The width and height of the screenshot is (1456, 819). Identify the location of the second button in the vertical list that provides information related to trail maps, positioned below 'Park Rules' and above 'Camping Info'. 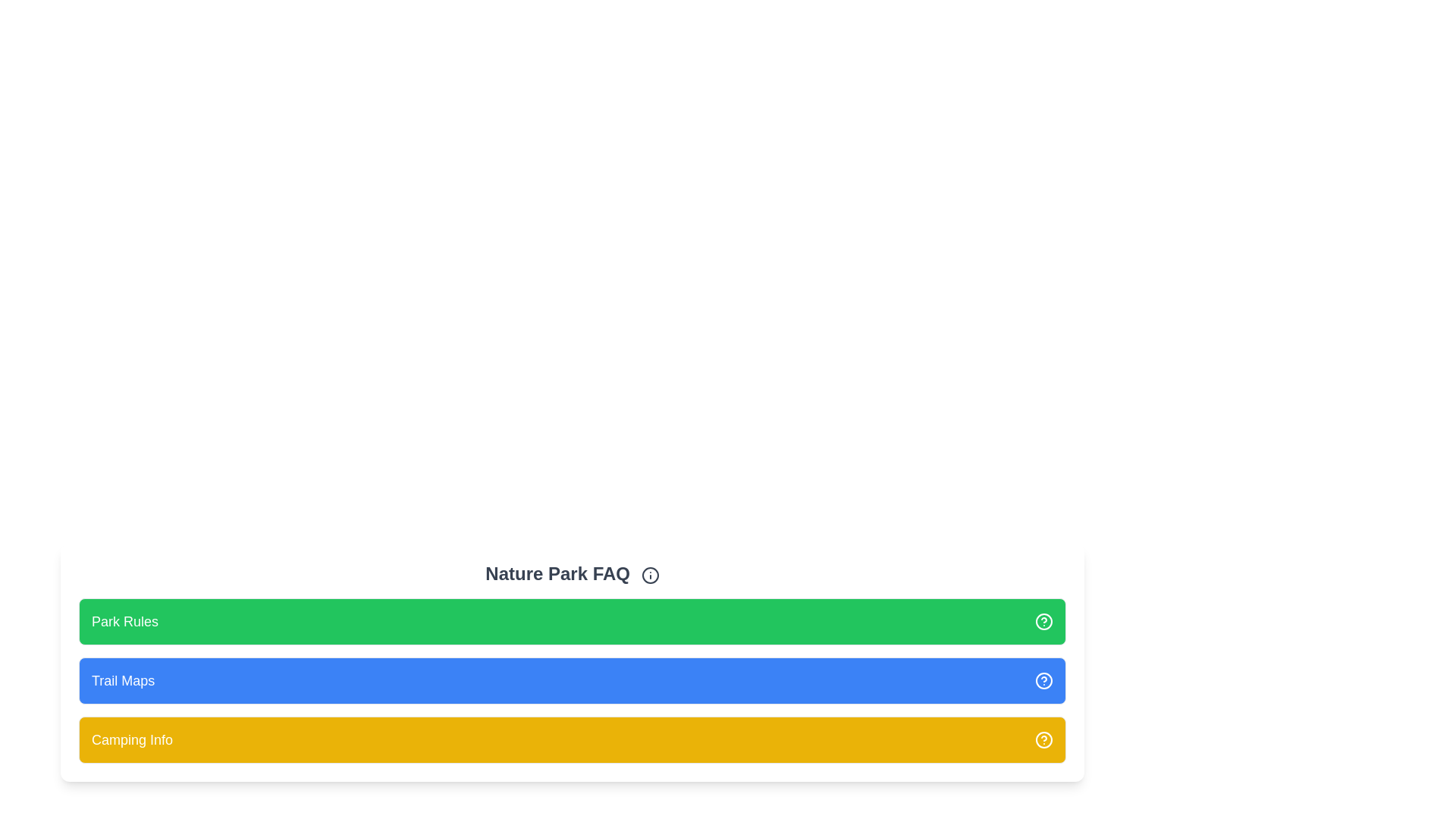
(571, 680).